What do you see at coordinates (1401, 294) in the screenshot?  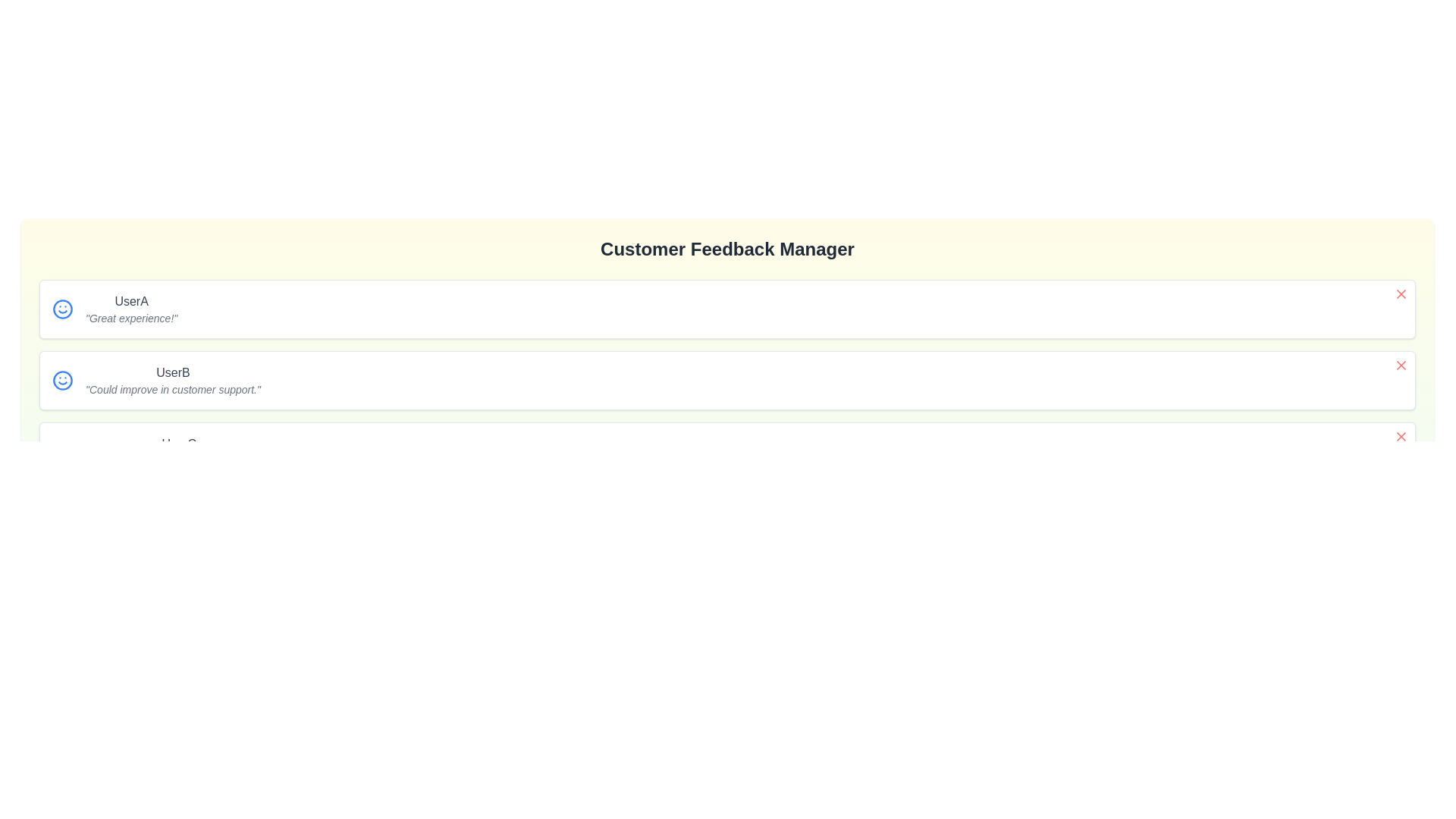 I see `the feedback entry for user UserA` at bounding box center [1401, 294].